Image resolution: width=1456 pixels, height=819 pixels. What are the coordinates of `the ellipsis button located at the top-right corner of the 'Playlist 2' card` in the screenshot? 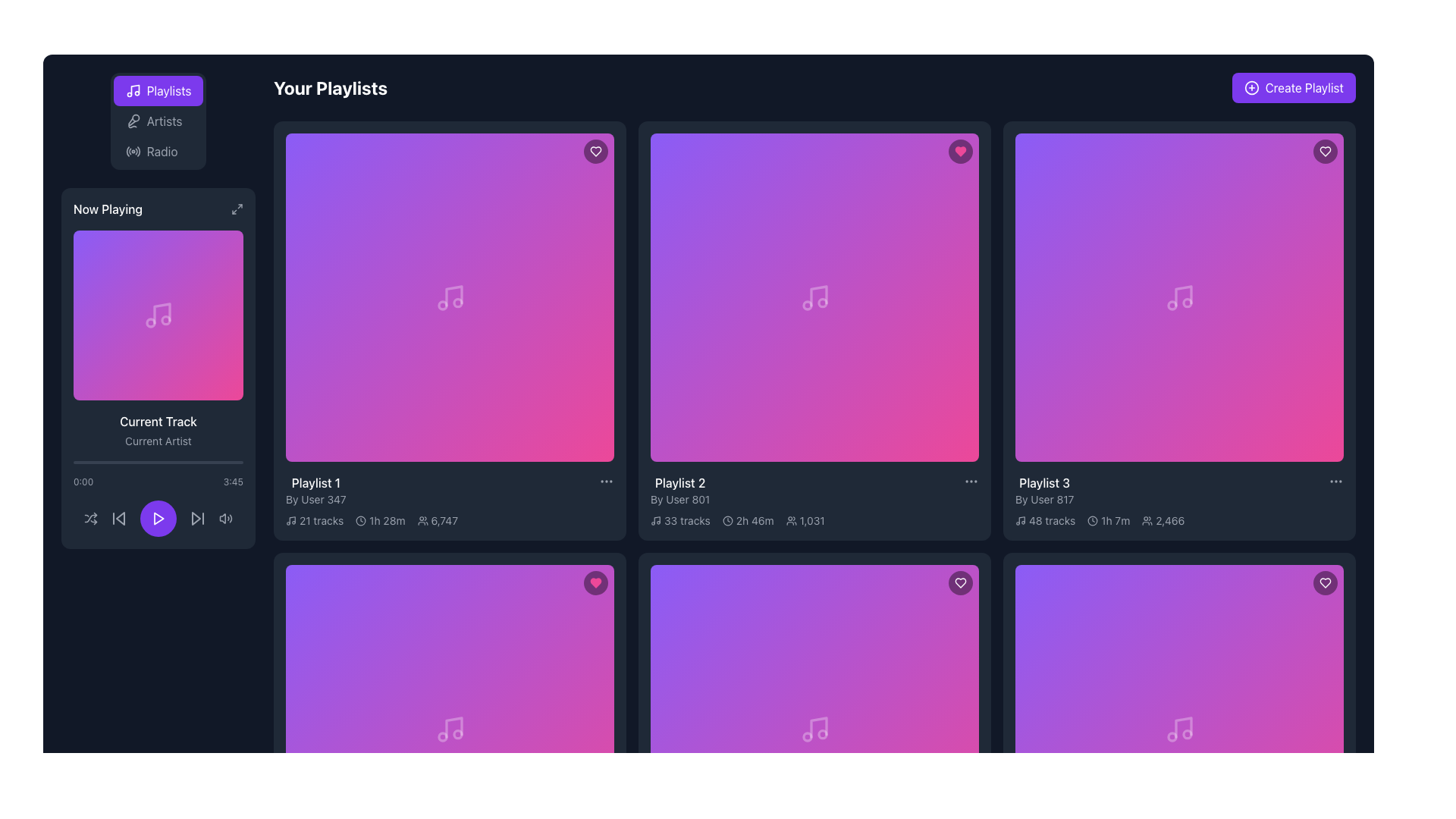 It's located at (971, 482).